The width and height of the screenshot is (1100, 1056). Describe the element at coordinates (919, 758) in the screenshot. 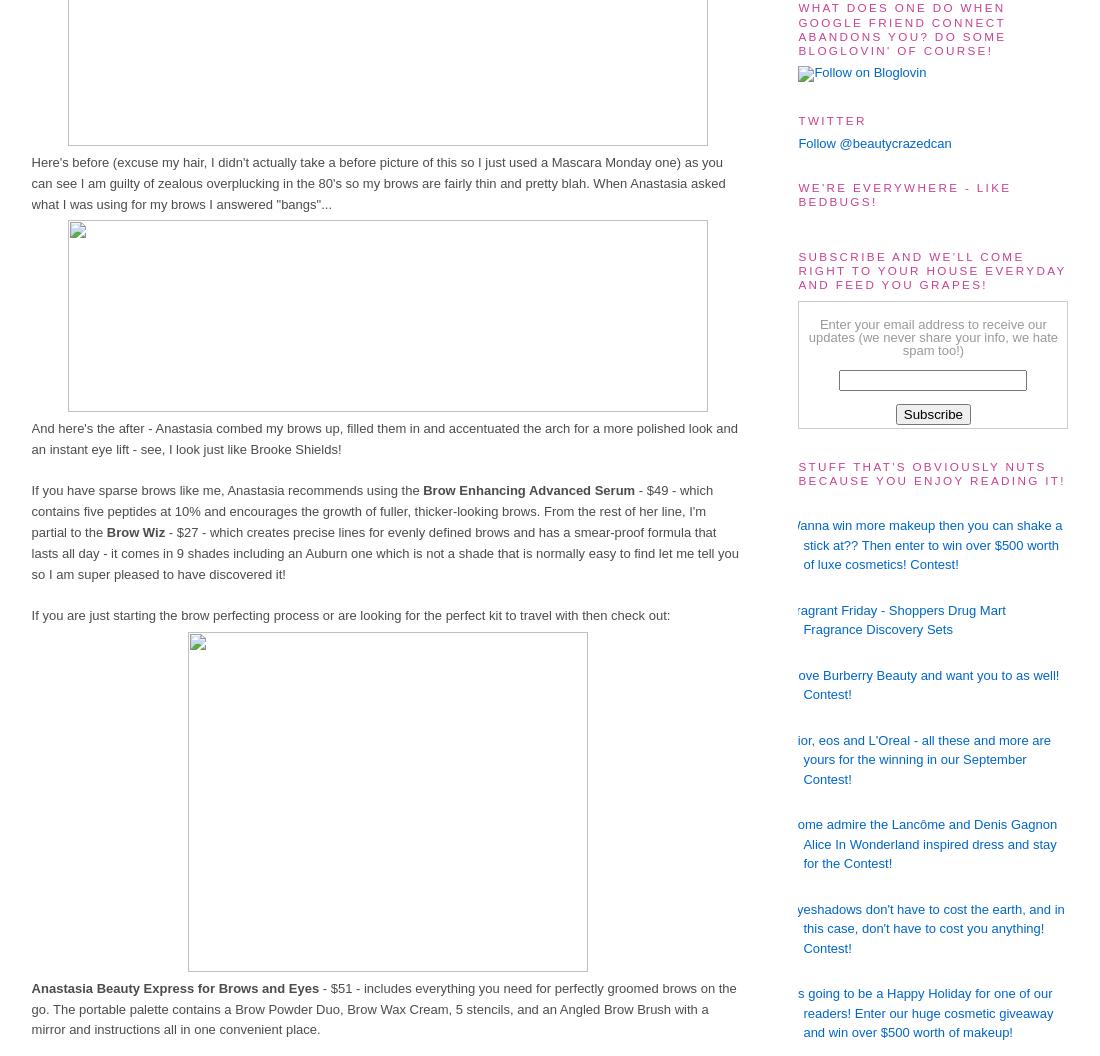

I see `'Dior, eos and L'Oreal - all these and more are yours for the winning in our September Contest!'` at that location.